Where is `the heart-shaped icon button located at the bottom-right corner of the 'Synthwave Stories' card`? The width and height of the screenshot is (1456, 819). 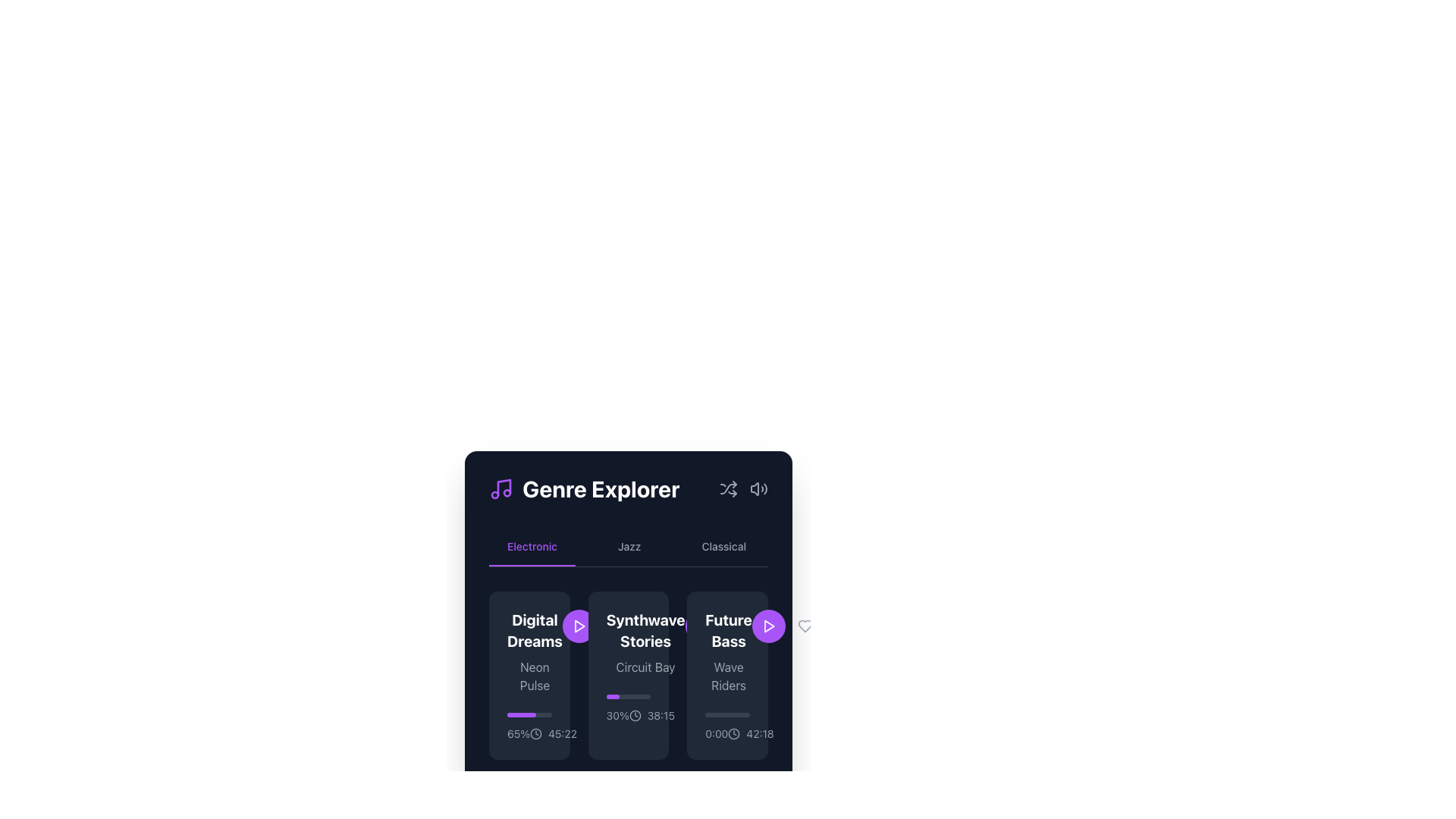 the heart-shaped icon button located at the bottom-right corner of the 'Synthwave Stories' card is located at coordinates (615, 626).